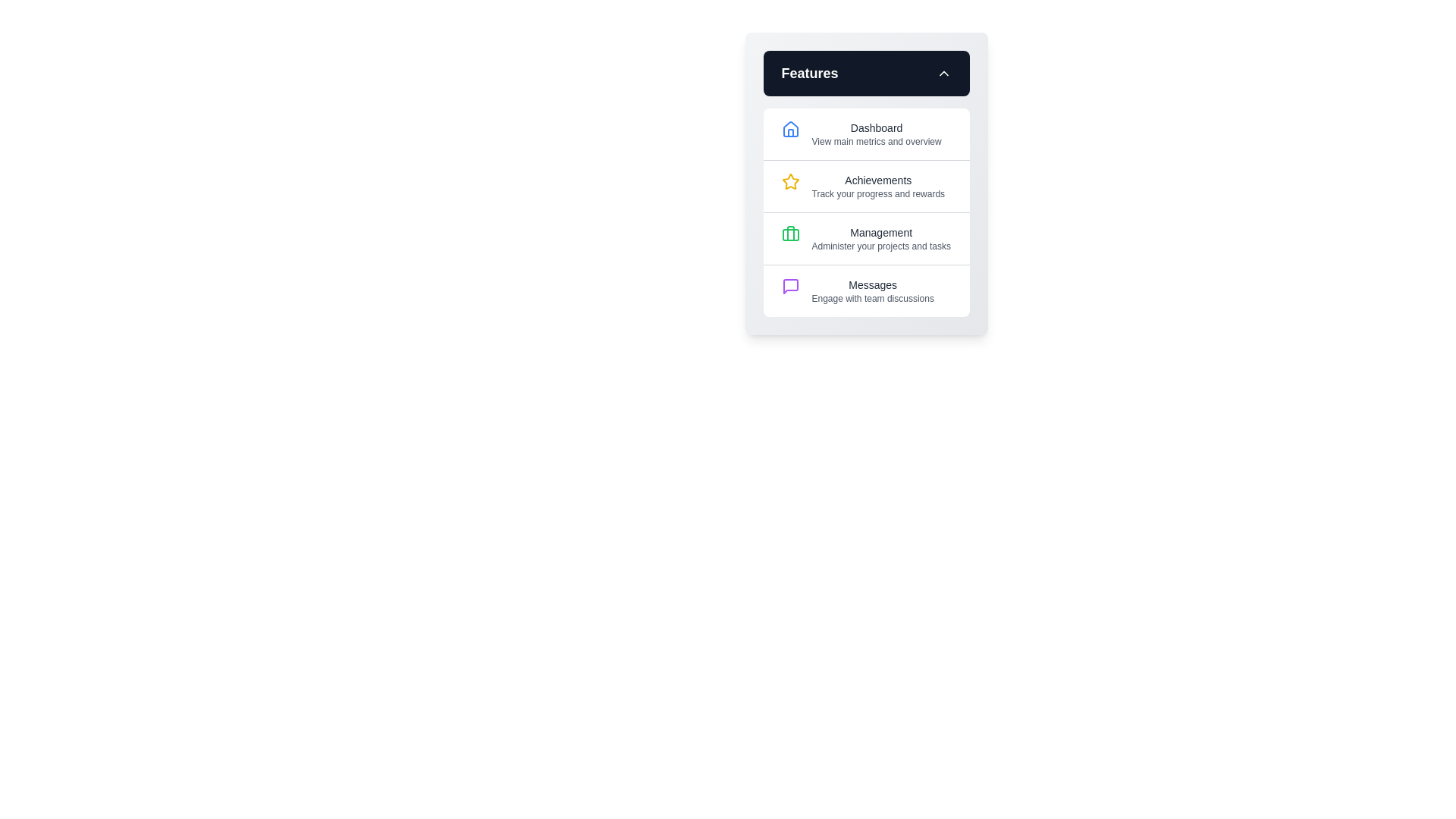 The height and width of the screenshot is (819, 1456). I want to click on the 'Achievements' icon, which is visually representative of the 'Achievements' section and is located adjacent to the descriptive text in the vertical list, so click(789, 180).